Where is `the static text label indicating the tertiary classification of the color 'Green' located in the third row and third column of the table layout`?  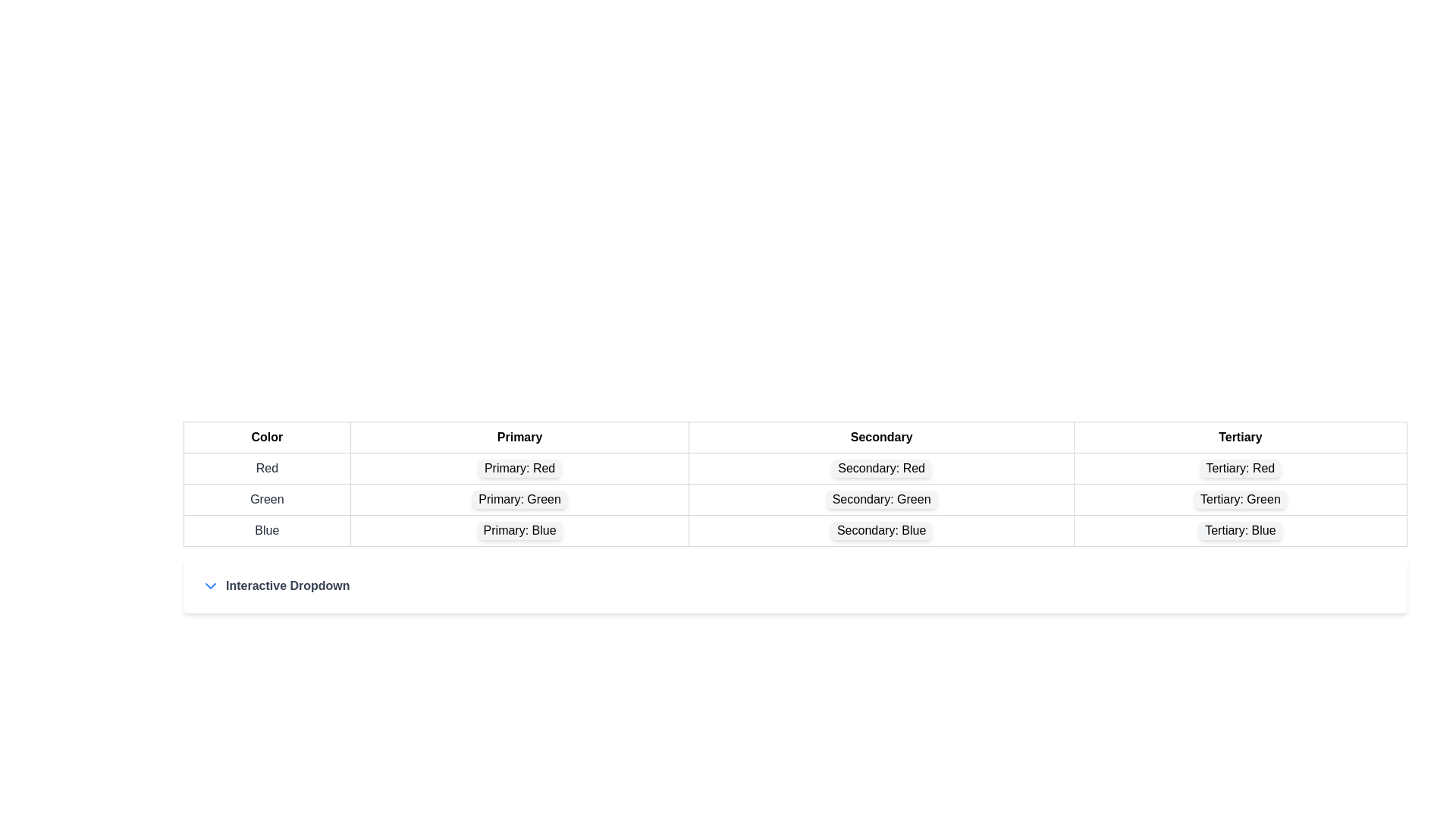 the static text label indicating the tertiary classification of the color 'Green' located in the third row and third column of the table layout is located at coordinates (1240, 500).